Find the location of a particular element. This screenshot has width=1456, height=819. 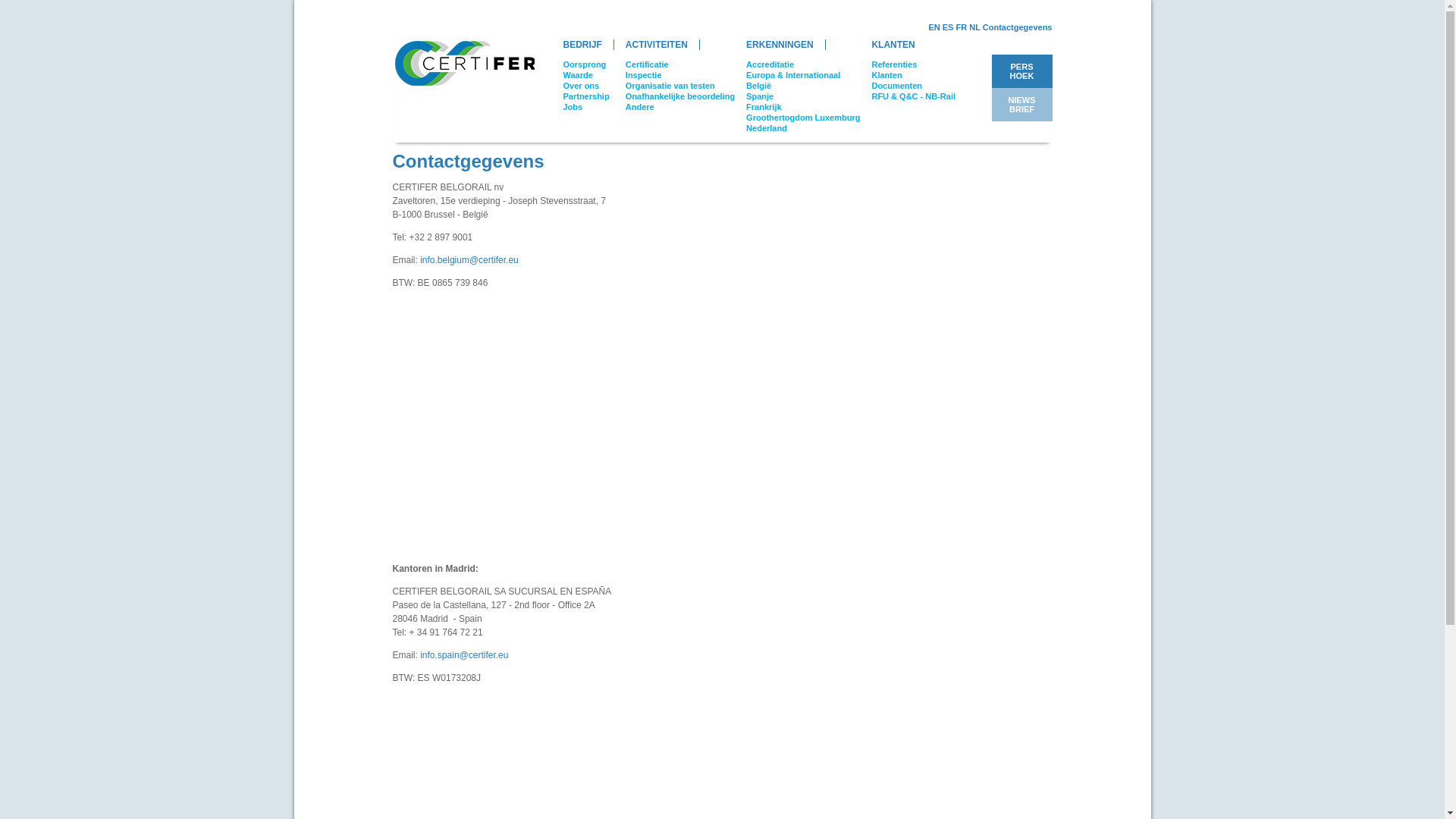

'Contactgegevens' is located at coordinates (983, 27).